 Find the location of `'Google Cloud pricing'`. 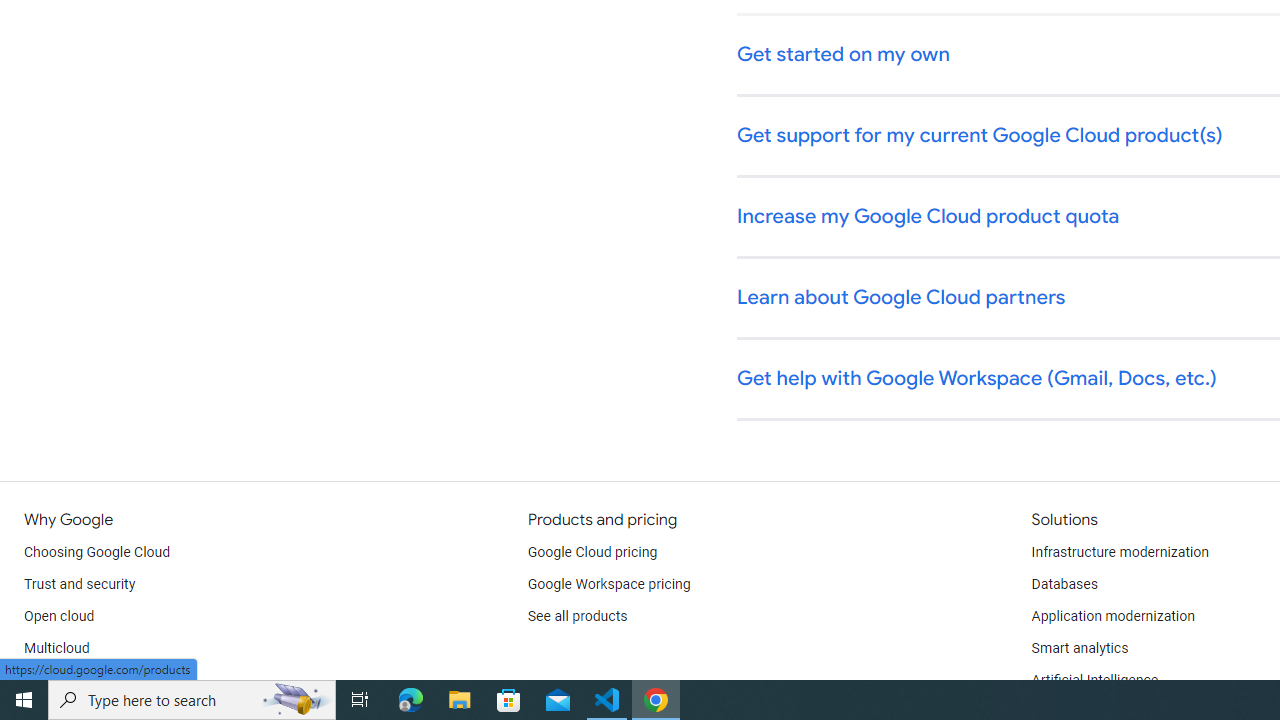

'Google Cloud pricing' is located at coordinates (591, 552).